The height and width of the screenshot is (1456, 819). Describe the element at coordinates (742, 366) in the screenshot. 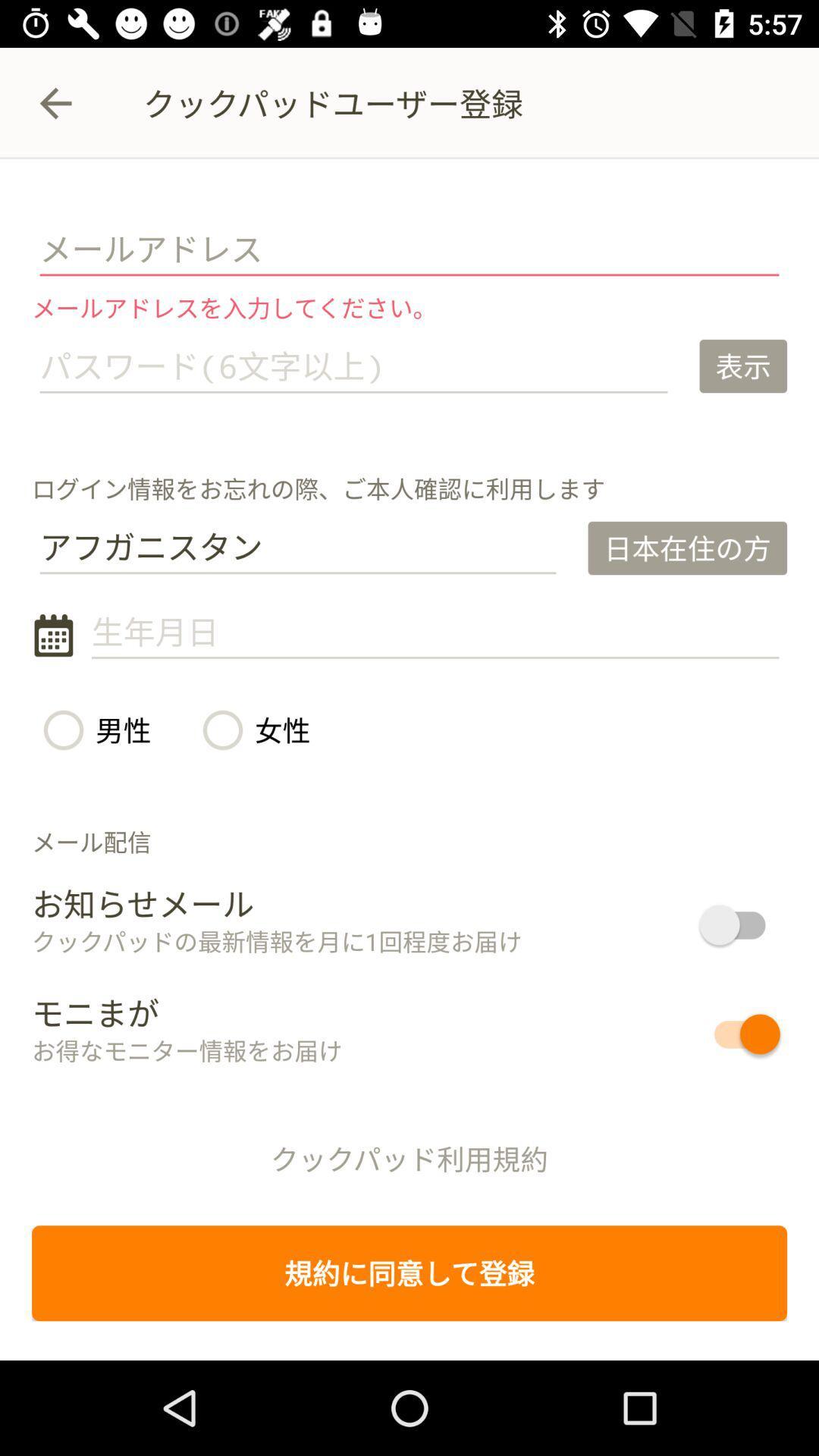

I see `the icon at the top right corner` at that location.